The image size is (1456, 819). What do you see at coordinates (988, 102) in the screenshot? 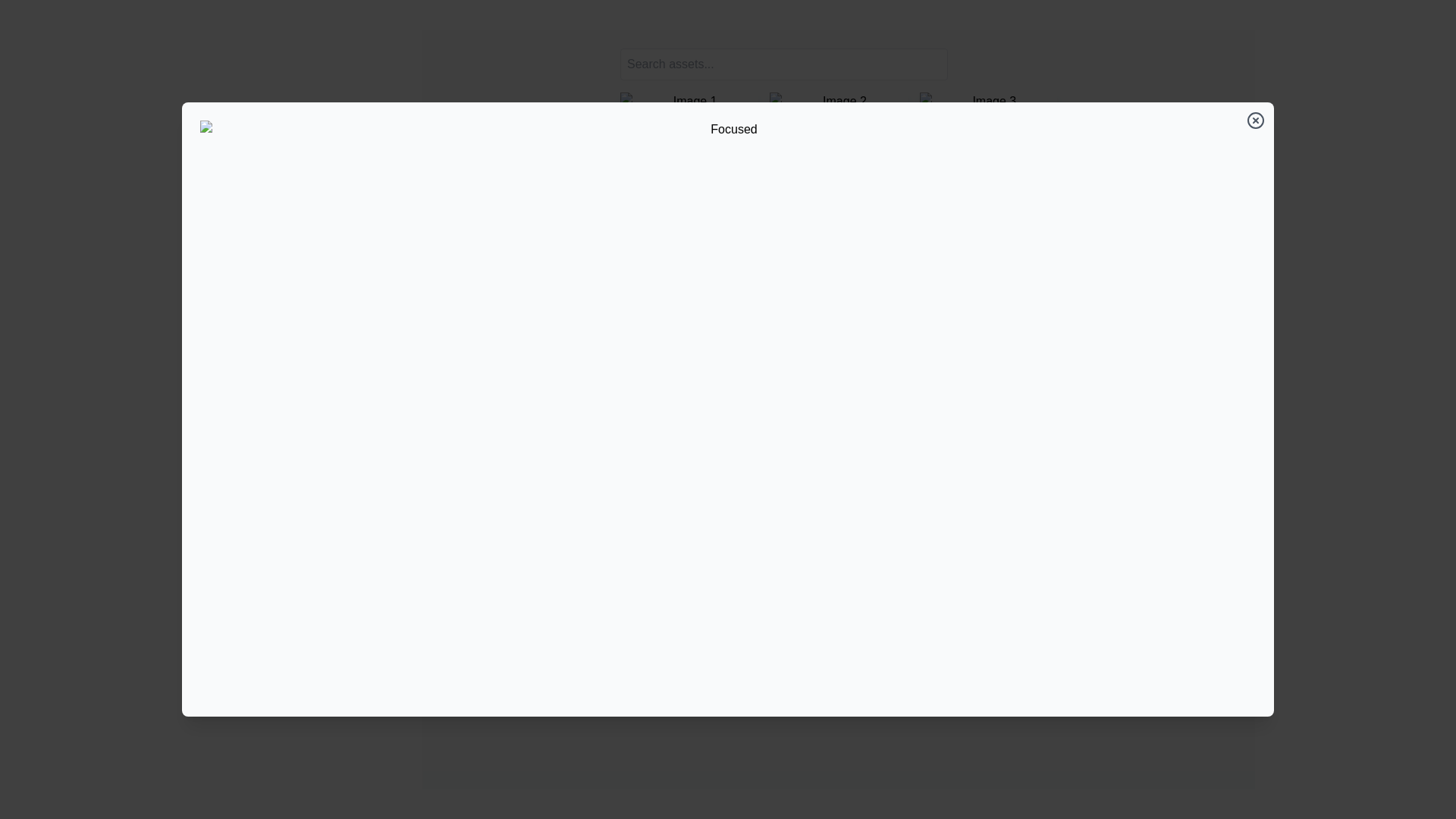
I see `the Content card located in the first row and third column of the 3x4 grid layout` at bounding box center [988, 102].